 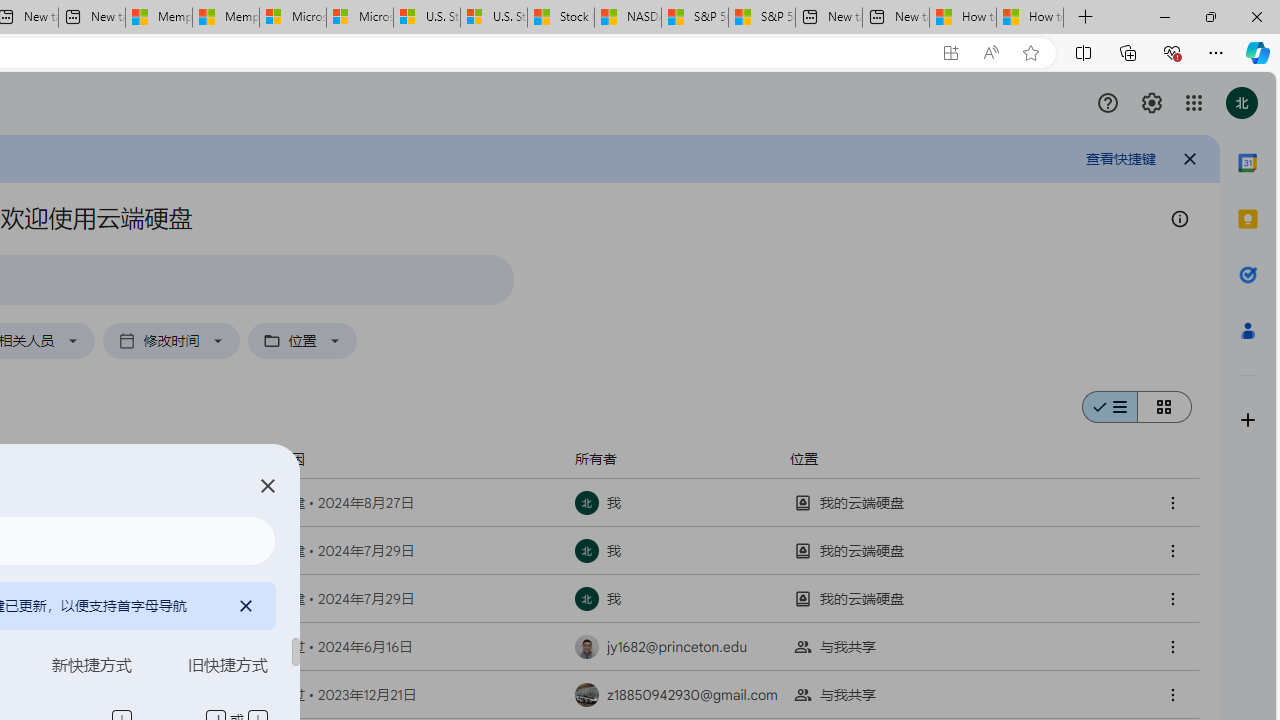 I want to click on 'How to Use a Monitor With Your Closed Laptop', so click(x=1030, y=17).